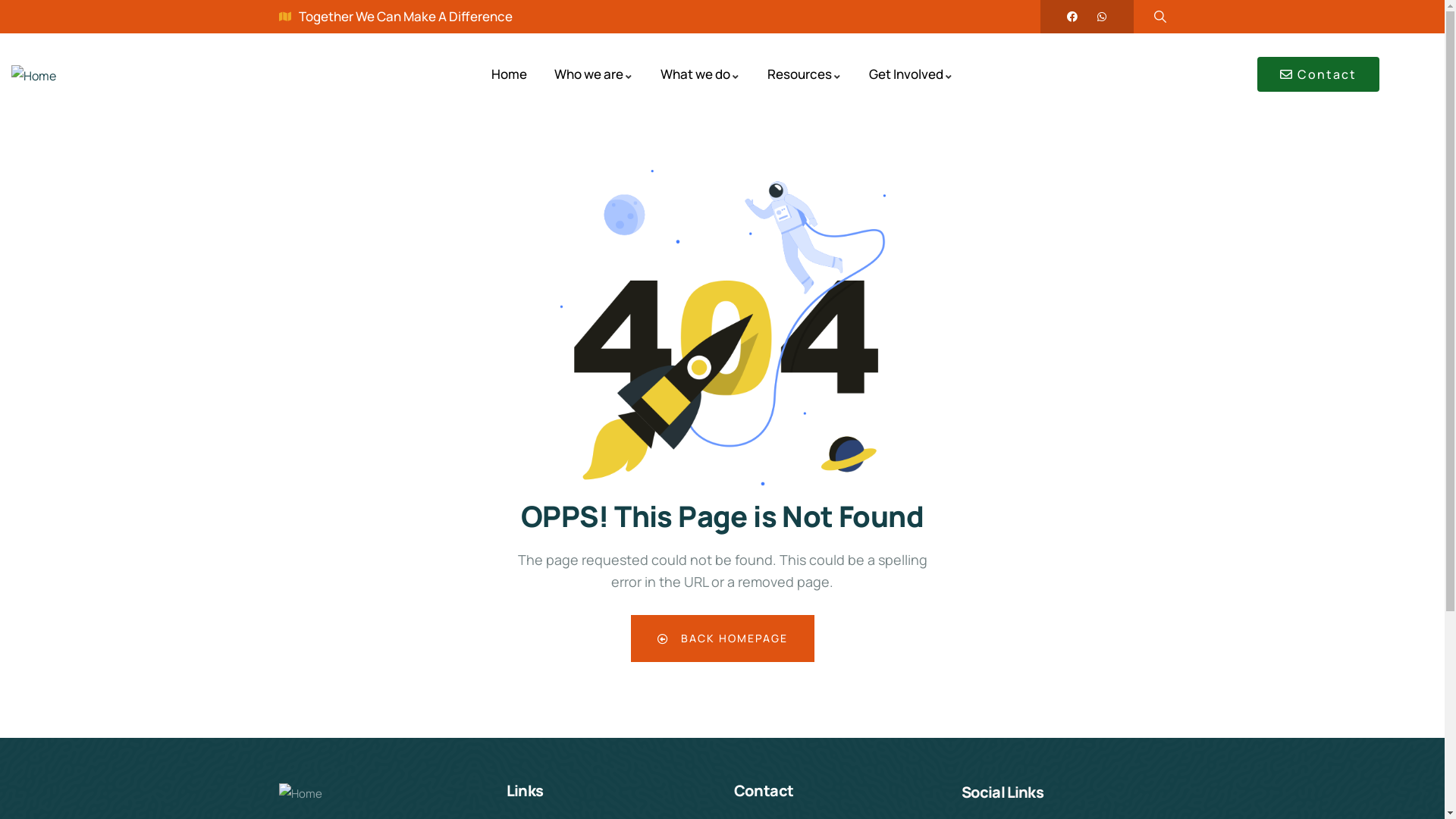 The width and height of the screenshot is (1456, 819). What do you see at coordinates (722, 638) in the screenshot?
I see `'BACK HOMEPAGE'` at bounding box center [722, 638].